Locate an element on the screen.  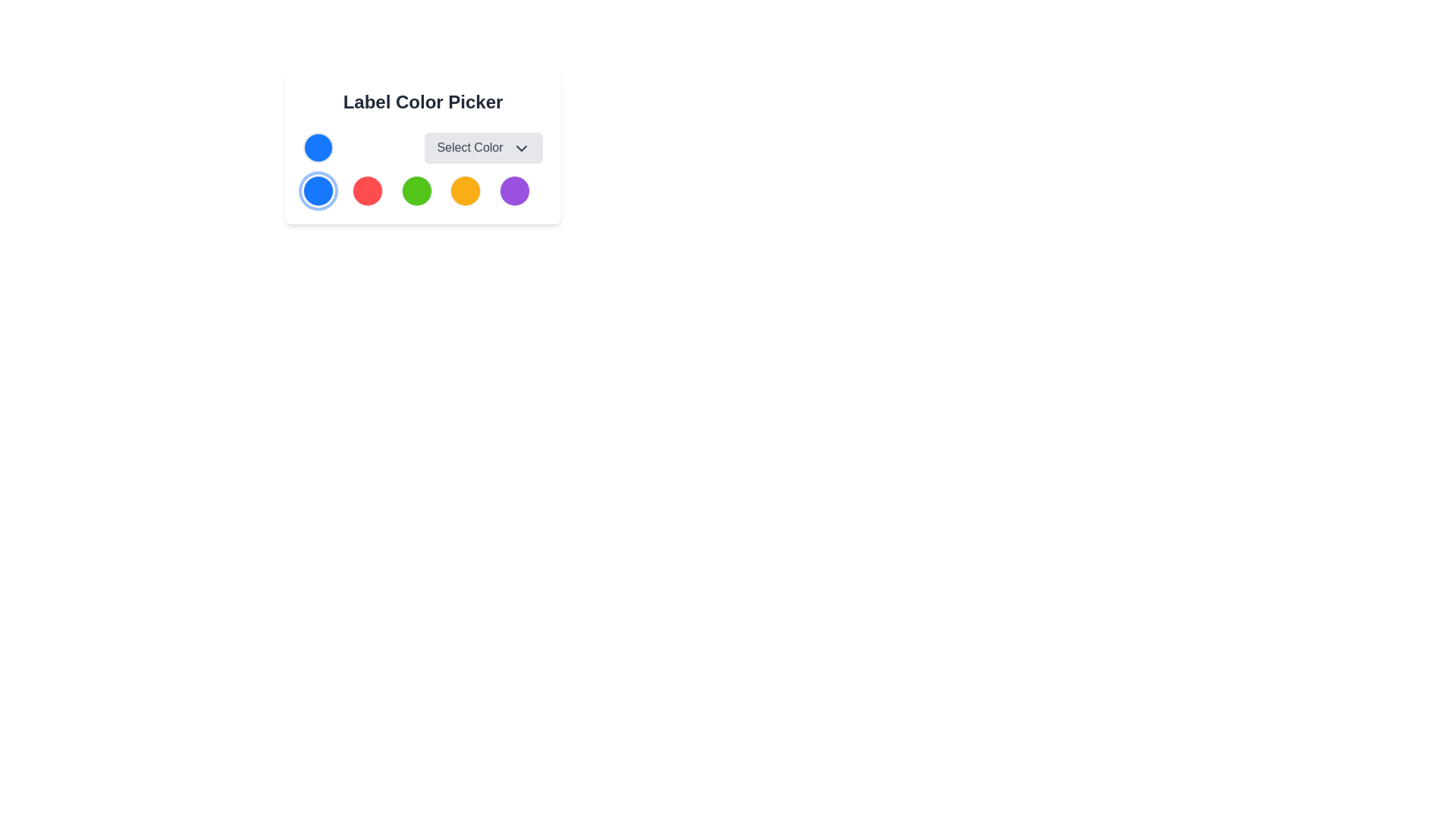
the dropdown menu of the color picker module is located at coordinates (422, 148).